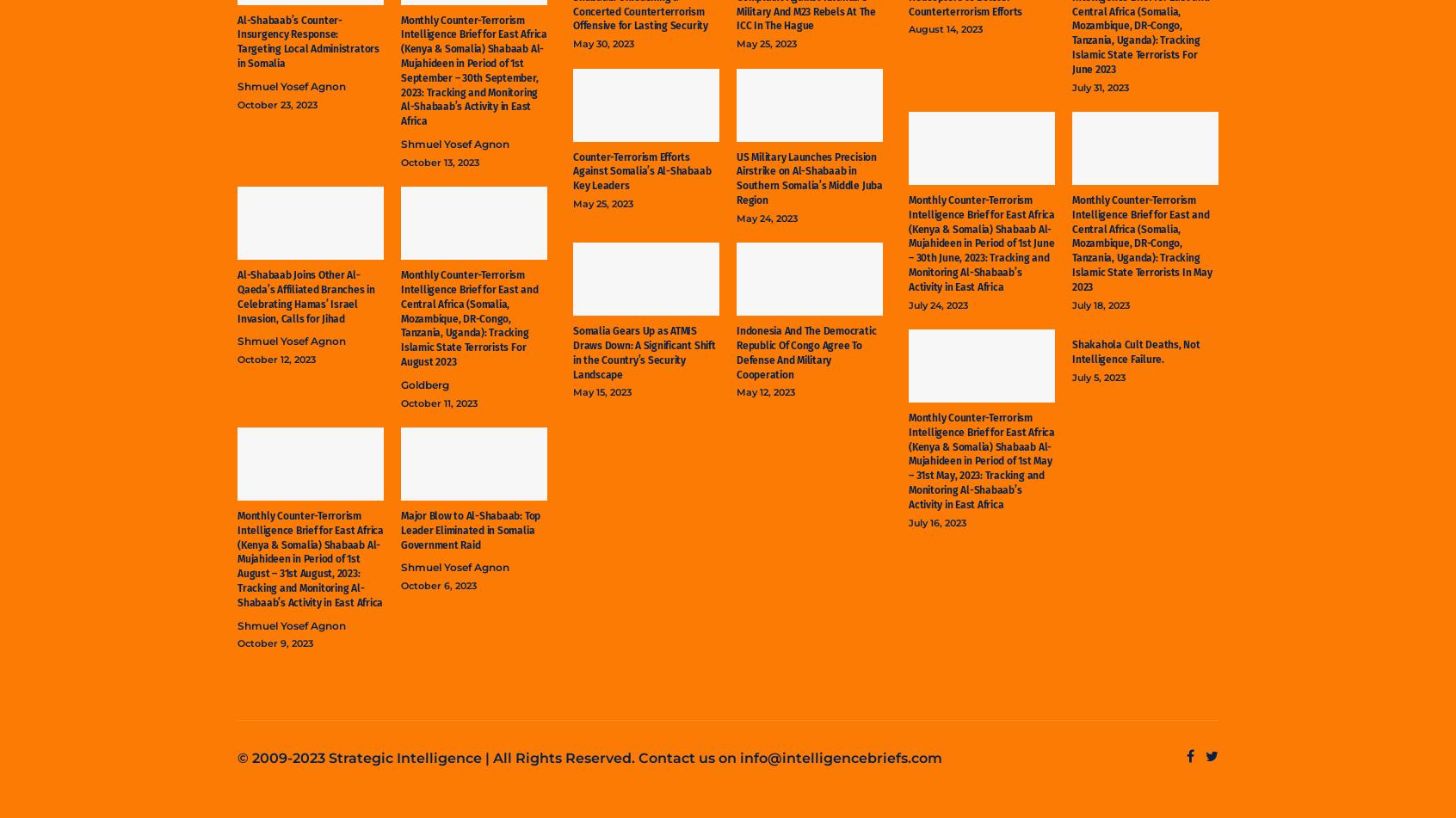 The height and width of the screenshot is (818, 1456). I want to click on 'Goldberg', so click(399, 384).